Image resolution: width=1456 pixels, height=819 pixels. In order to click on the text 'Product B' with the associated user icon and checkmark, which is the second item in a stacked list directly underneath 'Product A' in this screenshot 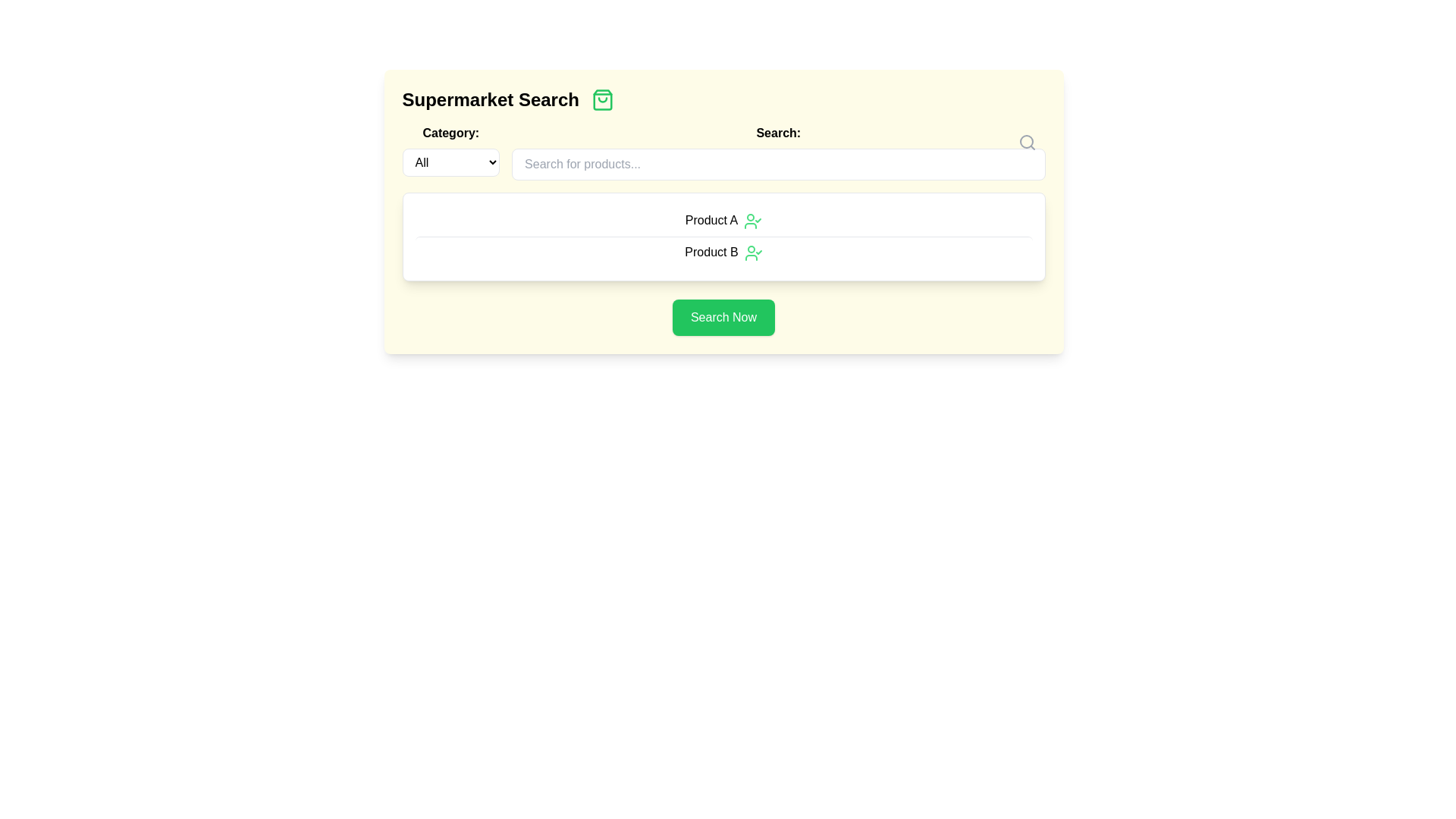, I will do `click(723, 251)`.